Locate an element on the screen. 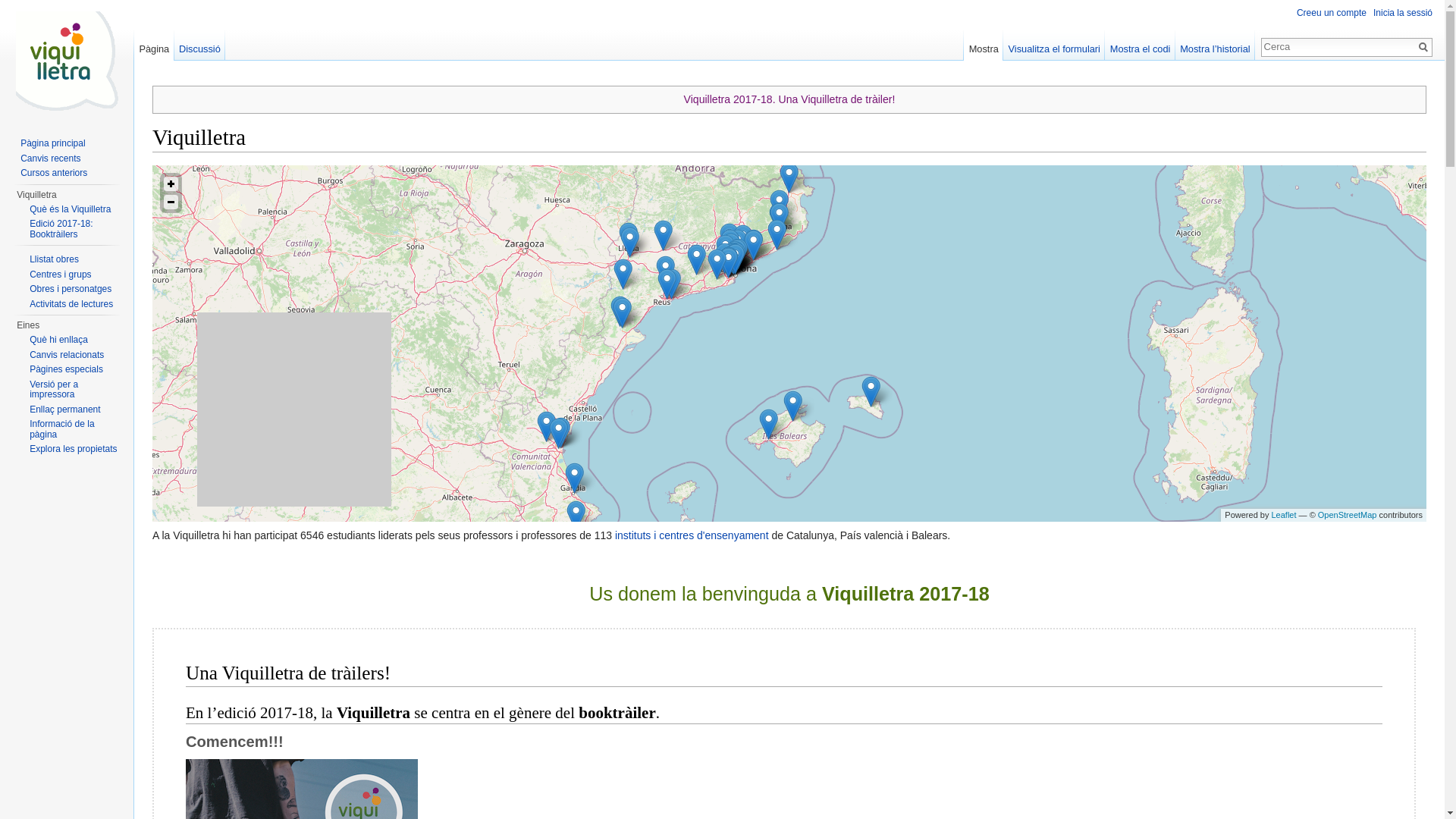 The width and height of the screenshot is (1456, 819). 'Canvis relacionats' is located at coordinates (29, 353).